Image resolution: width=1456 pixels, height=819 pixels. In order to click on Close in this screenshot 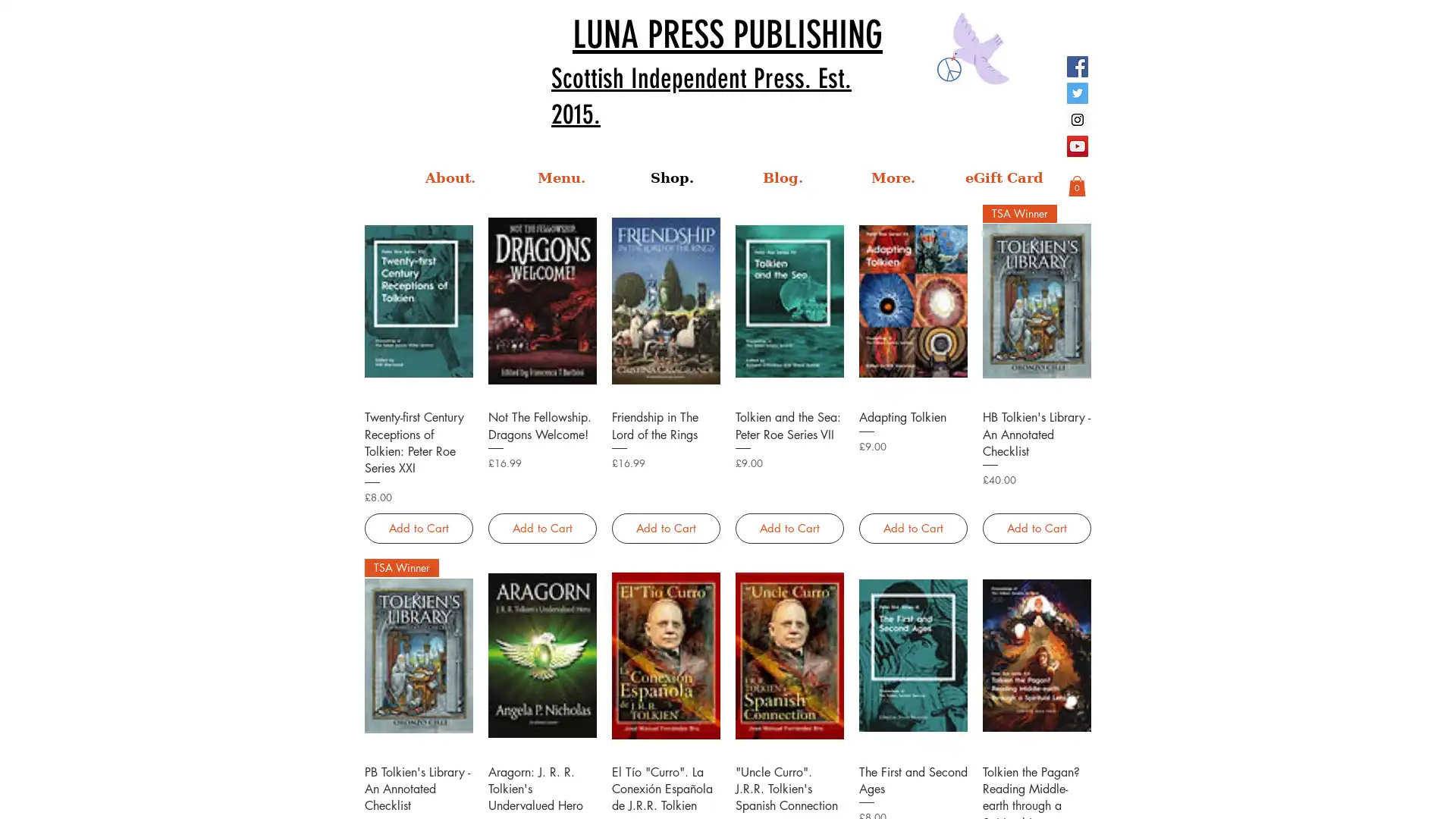, I will do `click(1437, 794)`.